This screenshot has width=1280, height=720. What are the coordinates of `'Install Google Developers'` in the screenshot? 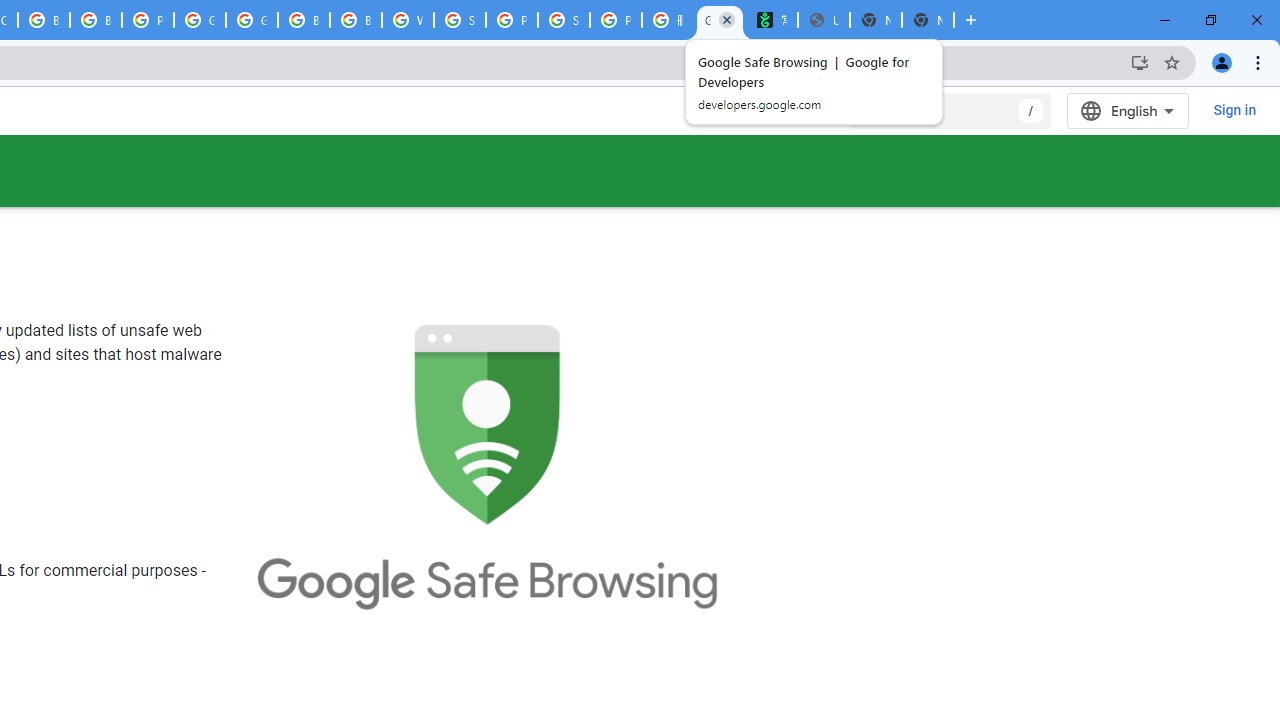 It's located at (1139, 61).